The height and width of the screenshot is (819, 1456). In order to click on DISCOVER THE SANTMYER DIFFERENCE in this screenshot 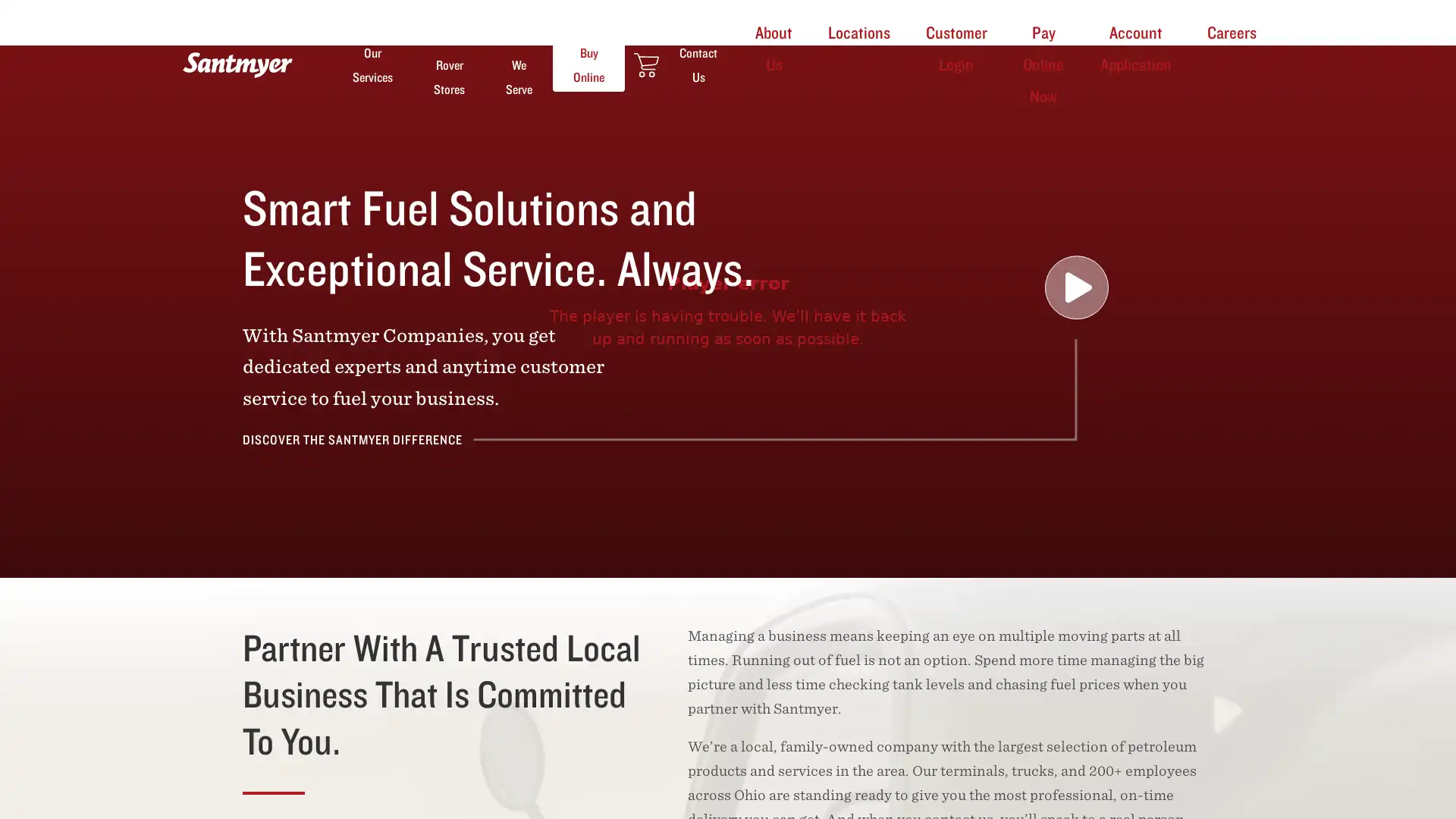, I will do `click(352, 436)`.